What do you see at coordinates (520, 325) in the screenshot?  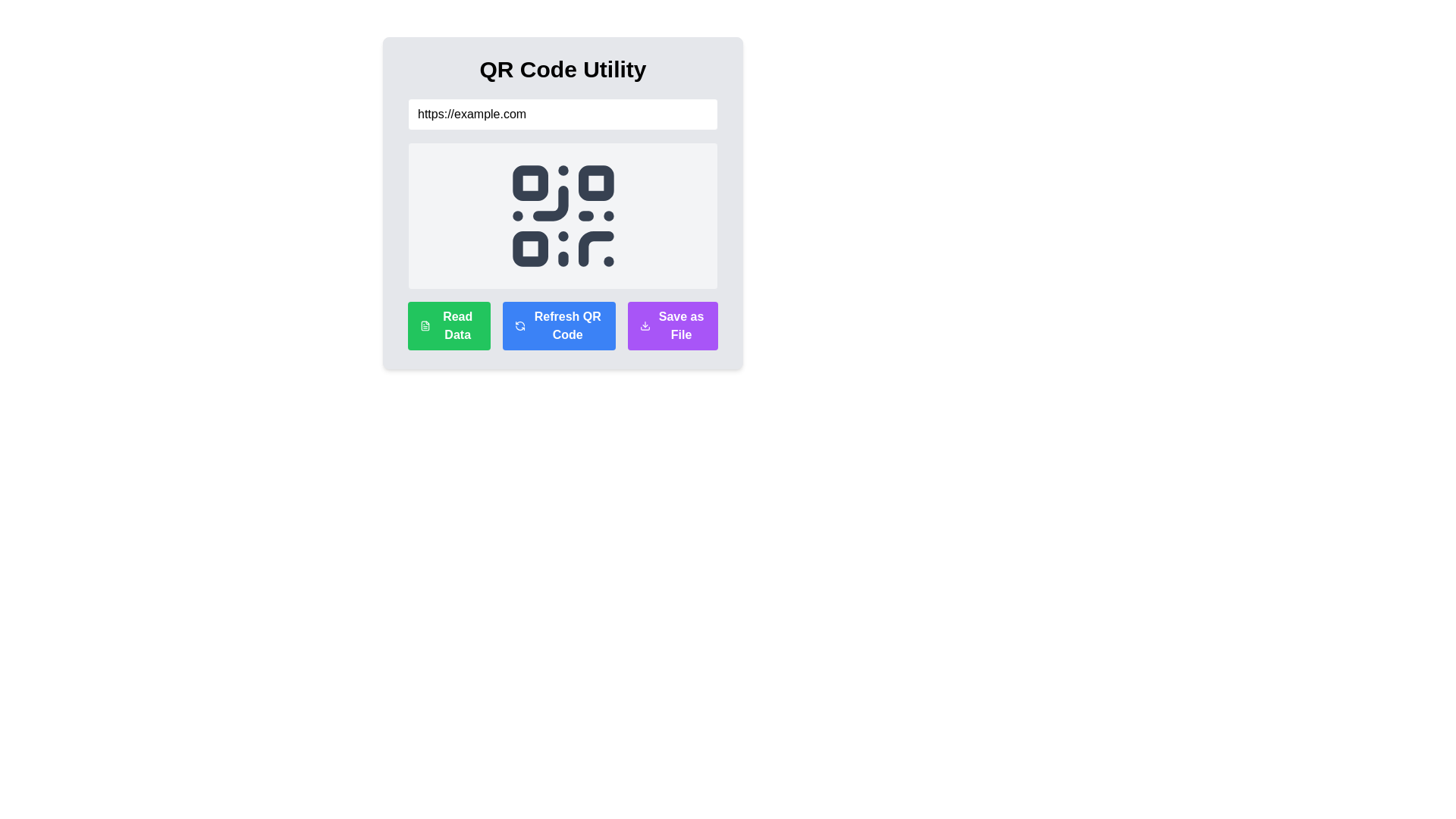 I see `the refresh icon located within the 'Refresh QR Code' button, which features a circular arrow design and is positioned to the left of the button's text` at bounding box center [520, 325].